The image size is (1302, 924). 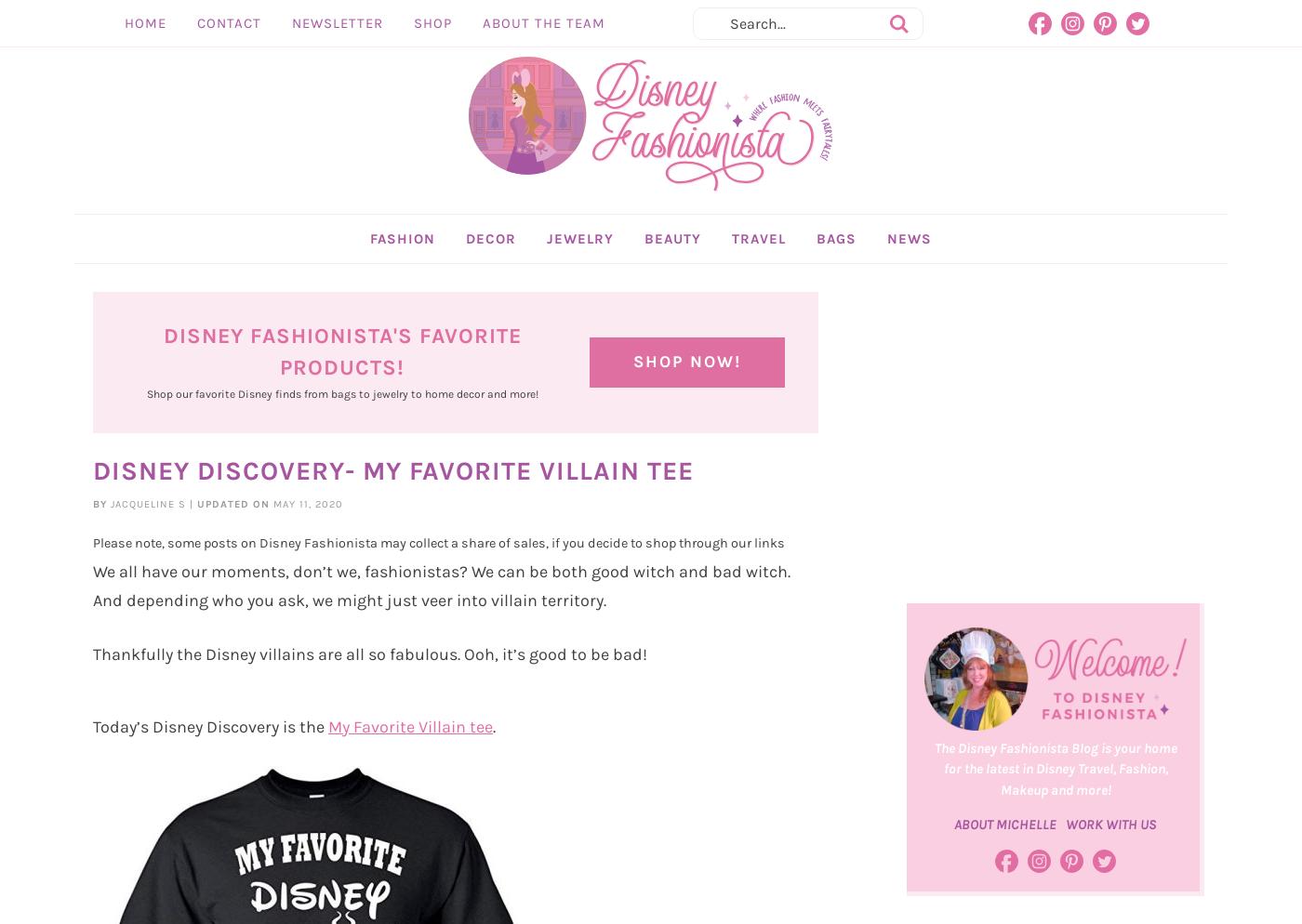 What do you see at coordinates (403, 280) in the screenshot?
I see `'FASHION'` at bounding box center [403, 280].